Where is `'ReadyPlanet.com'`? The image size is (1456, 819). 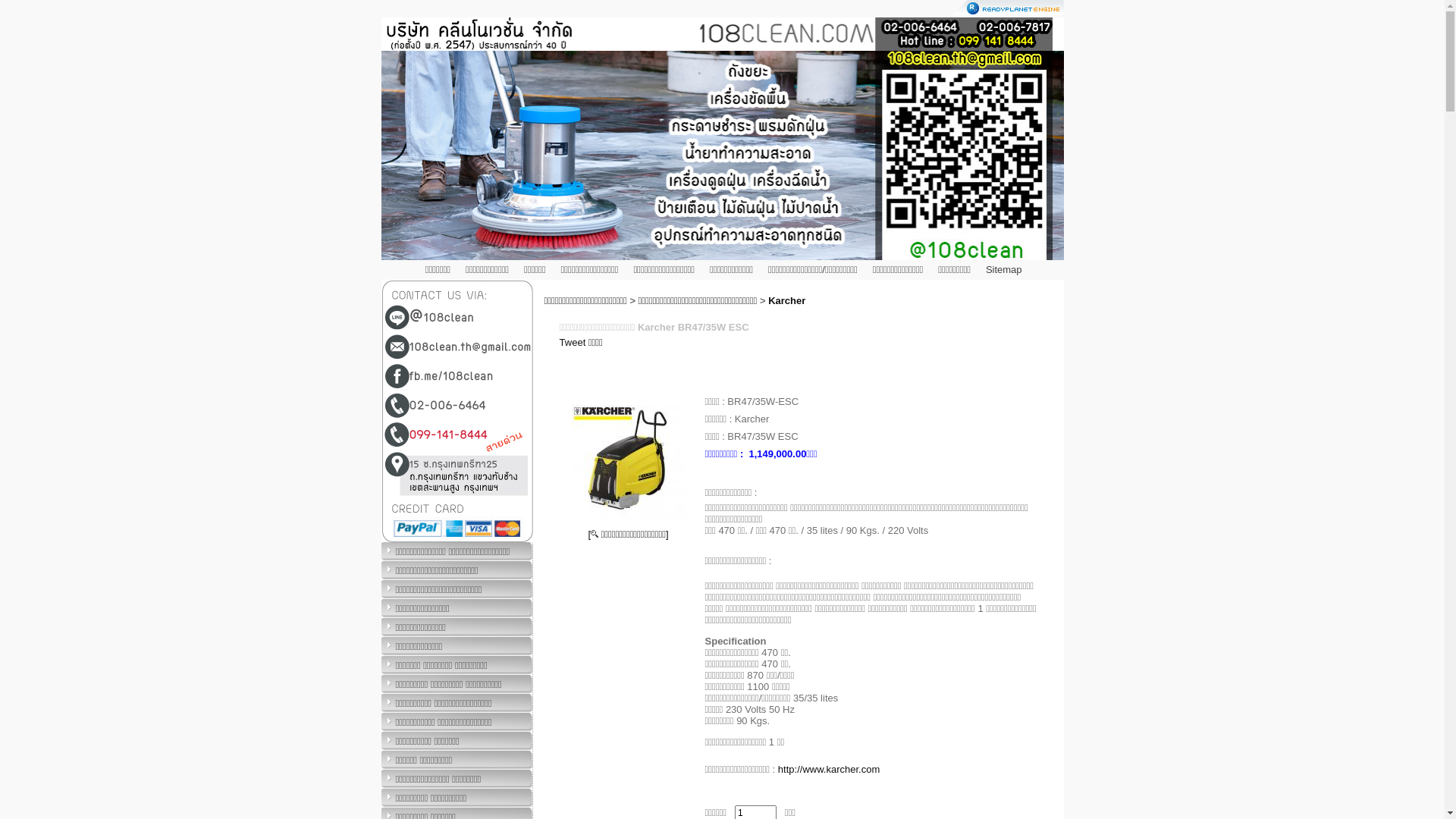
'ReadyPlanet.com' is located at coordinates (1008, 8).